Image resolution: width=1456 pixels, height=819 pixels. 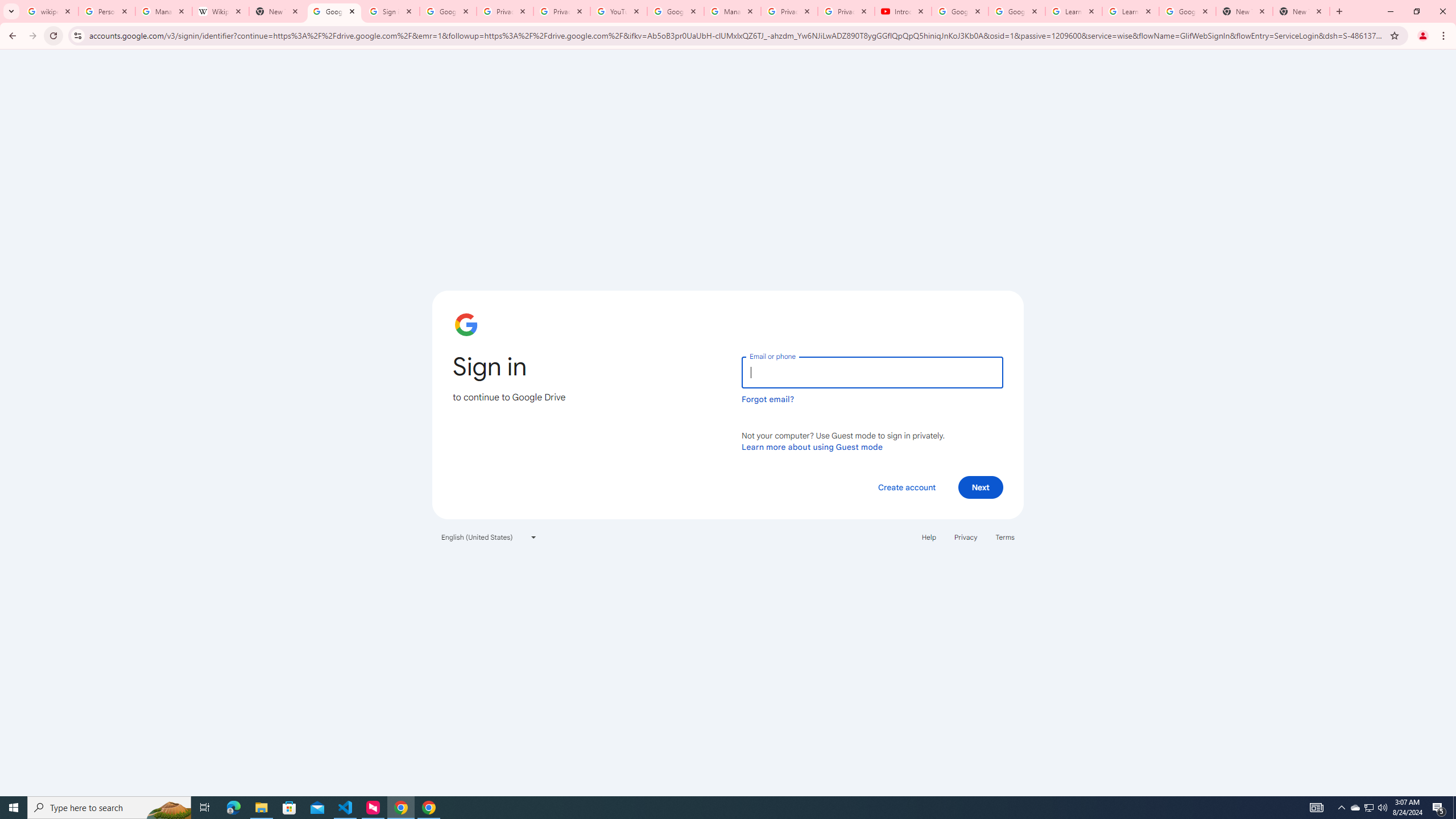 I want to click on 'Google Drive: Sign-in', so click(x=334, y=11).